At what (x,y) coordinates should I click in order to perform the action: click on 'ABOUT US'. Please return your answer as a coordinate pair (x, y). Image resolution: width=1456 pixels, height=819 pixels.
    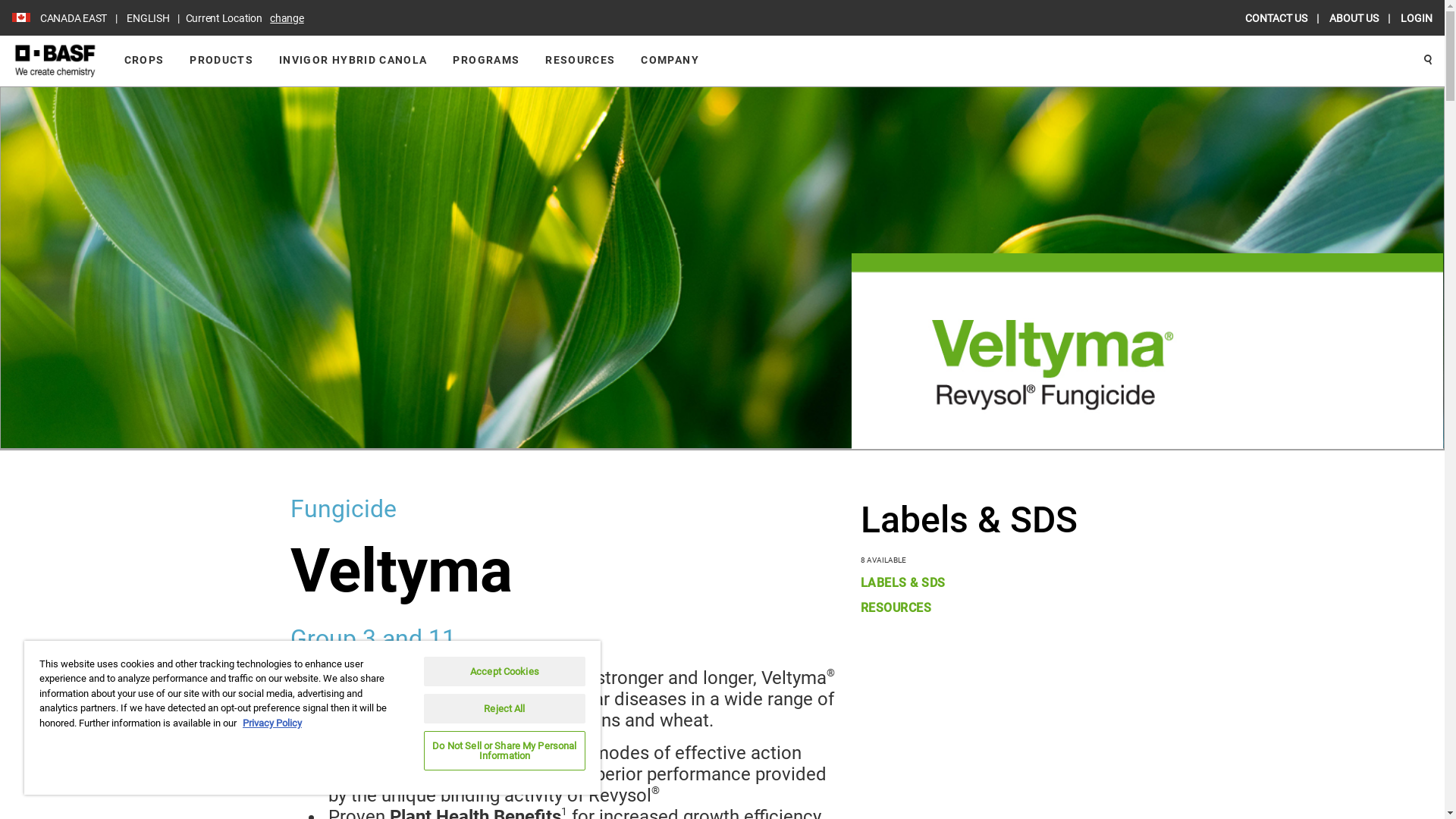
    Looking at the image, I should click on (1354, 17).